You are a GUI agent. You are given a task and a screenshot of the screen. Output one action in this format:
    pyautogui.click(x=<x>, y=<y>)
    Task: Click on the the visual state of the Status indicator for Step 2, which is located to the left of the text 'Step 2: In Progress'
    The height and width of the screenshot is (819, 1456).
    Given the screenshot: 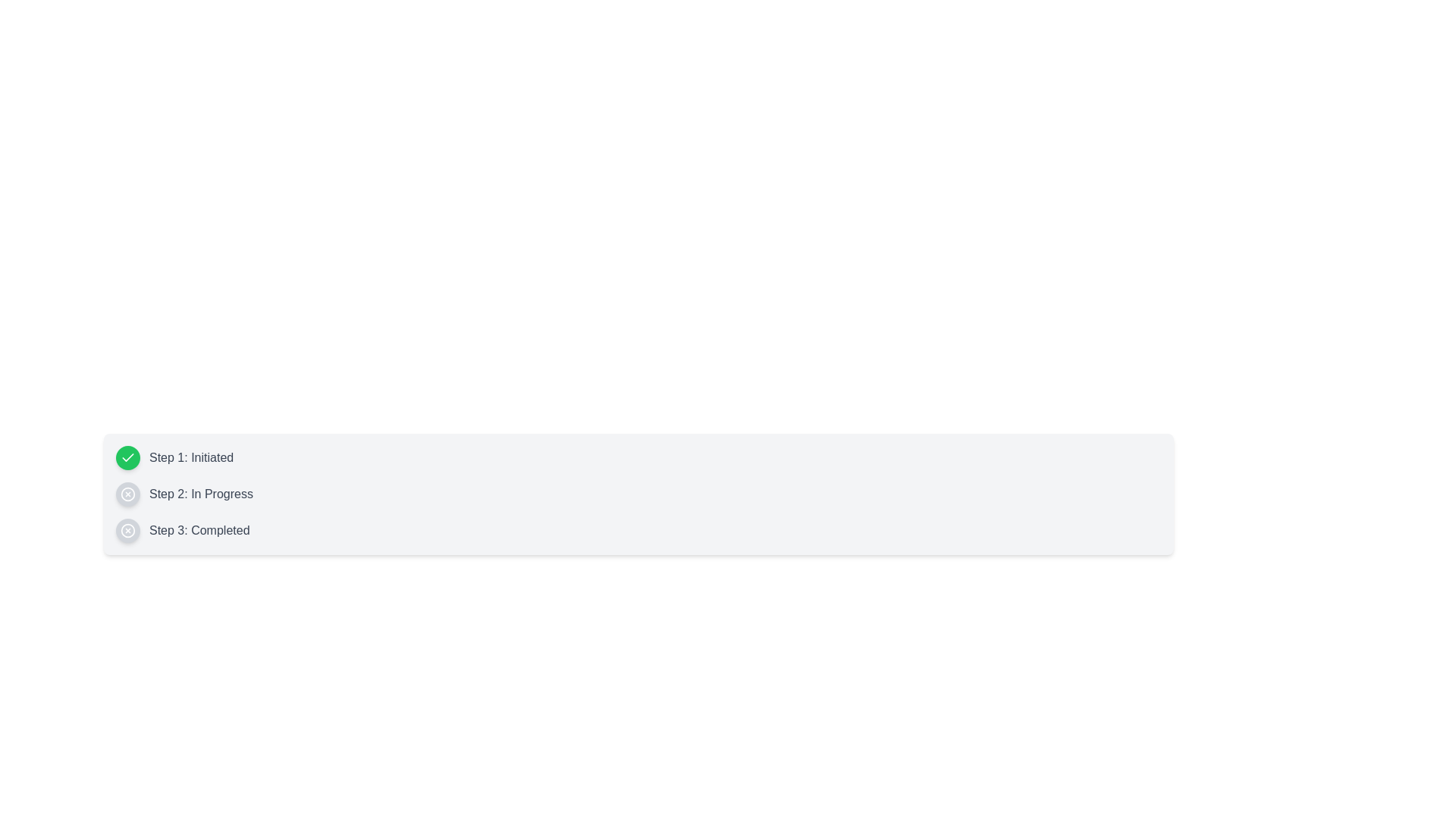 What is the action you would take?
    pyautogui.click(x=127, y=494)
    